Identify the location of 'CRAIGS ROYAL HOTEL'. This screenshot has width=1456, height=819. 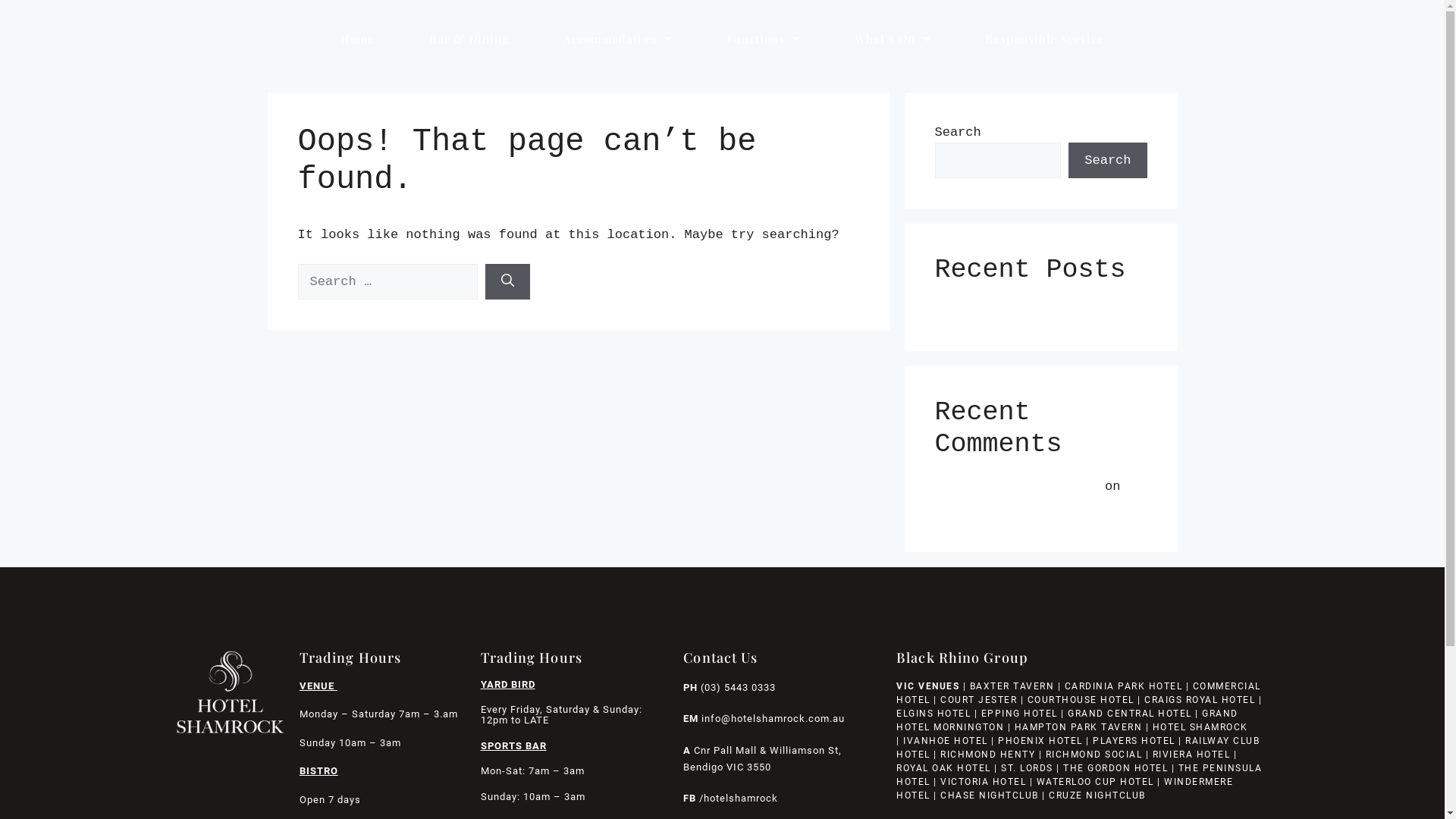
(1199, 699).